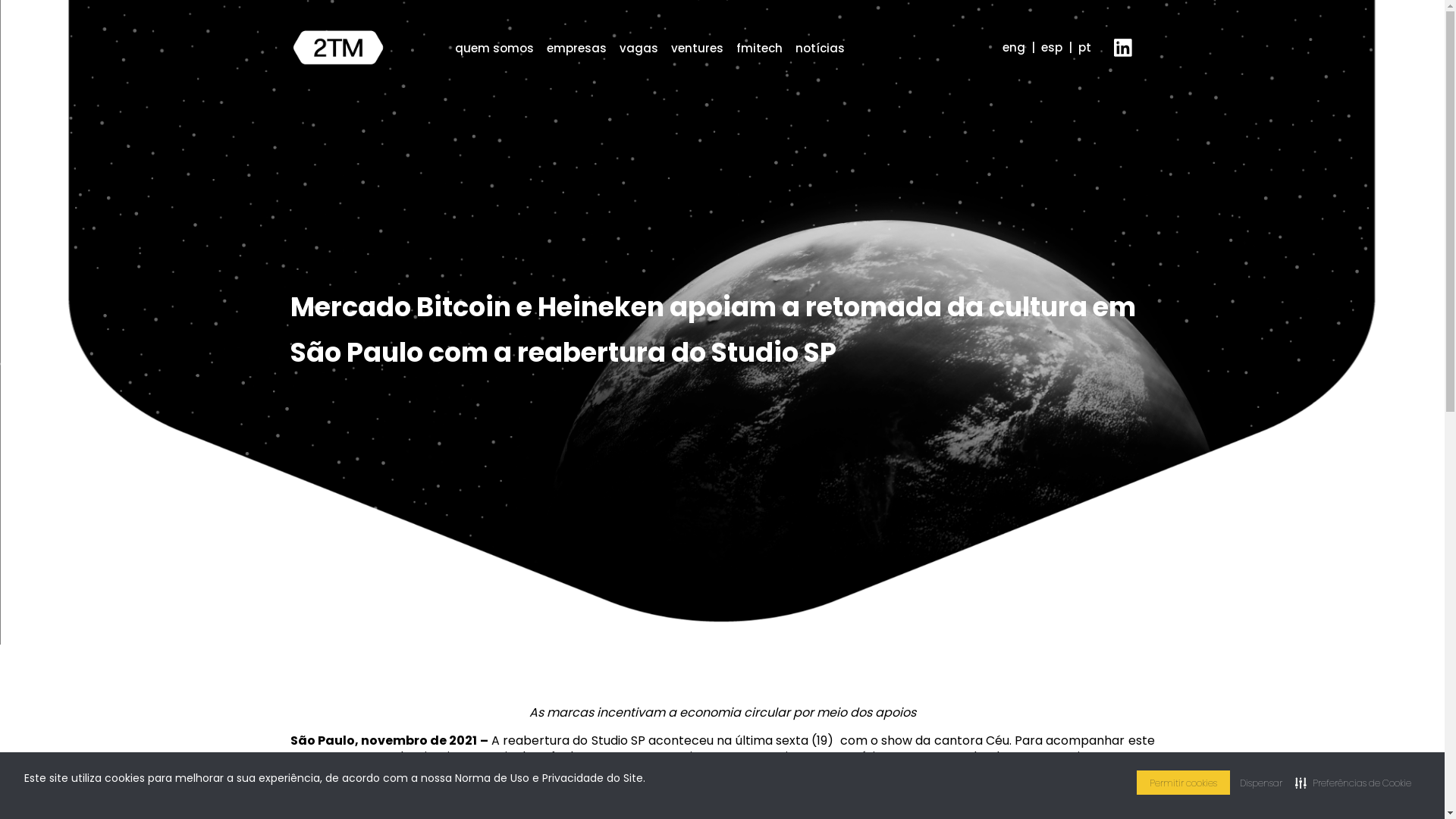  I want to click on 'fmitech', so click(758, 47).